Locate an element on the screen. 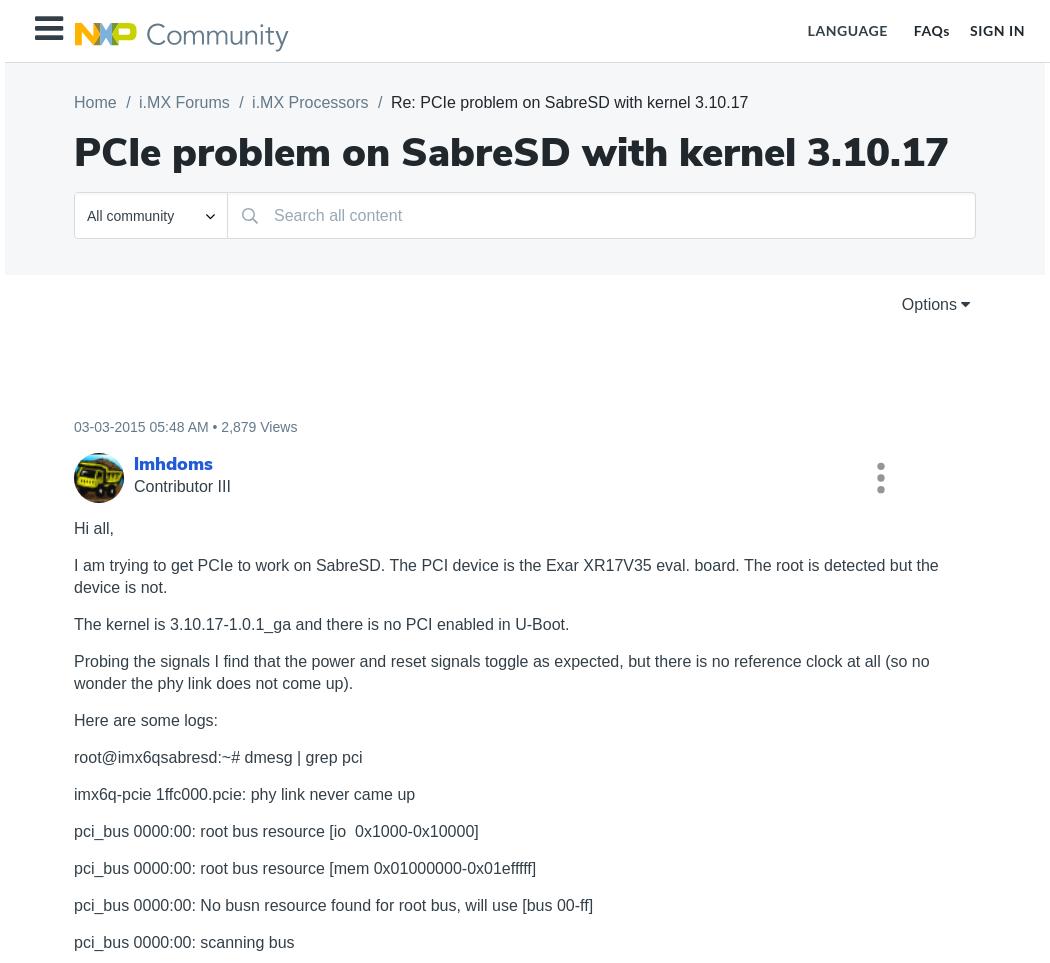 This screenshot has height=963, width=1050. 'PCIe problem on SabreSD with kernel 3.10.17' is located at coordinates (510, 153).